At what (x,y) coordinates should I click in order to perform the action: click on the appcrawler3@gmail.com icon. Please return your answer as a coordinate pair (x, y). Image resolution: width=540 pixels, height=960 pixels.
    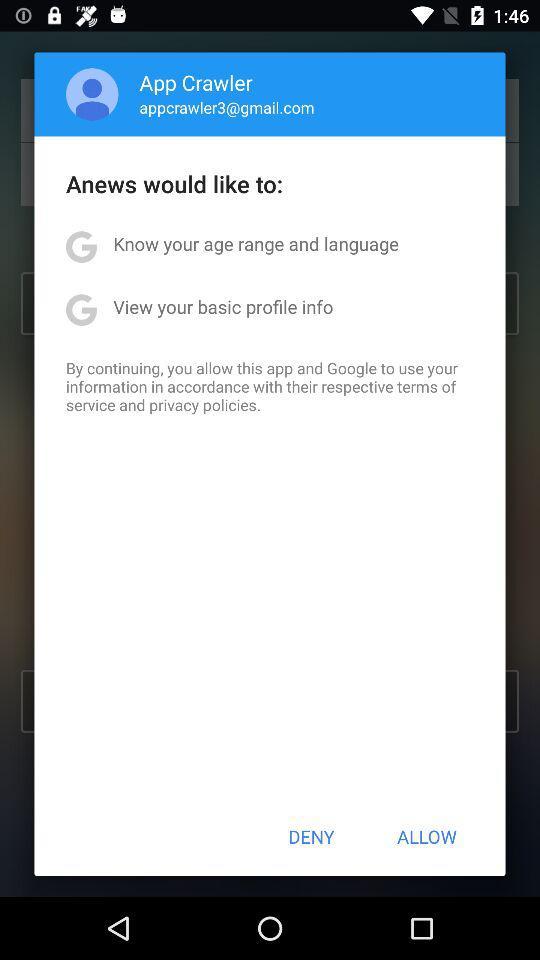
    Looking at the image, I should click on (226, 107).